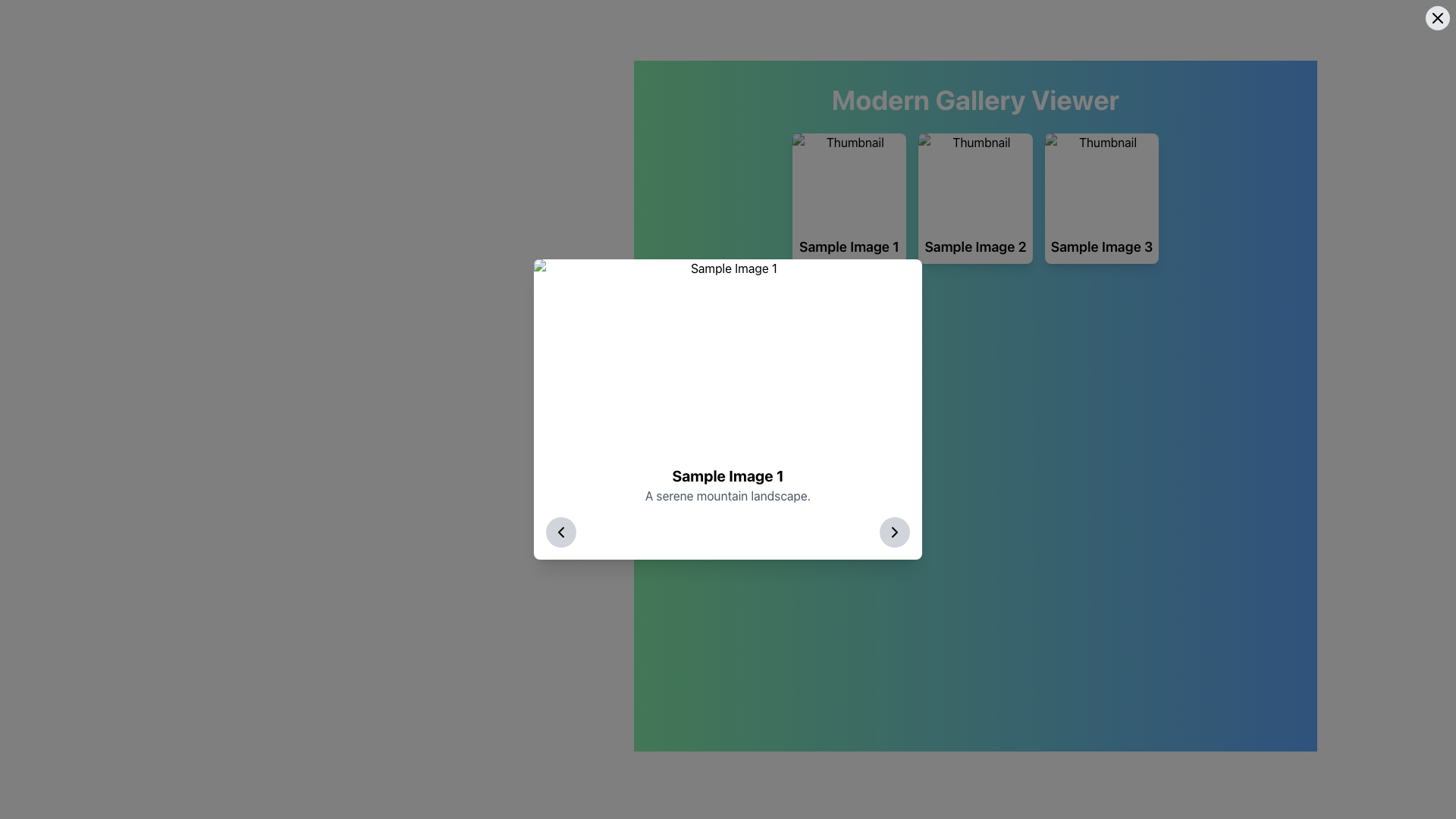 The image size is (1456, 819). Describe the element at coordinates (728, 506) in the screenshot. I see `contents of the centered text block within the white card, which displays 'Sample Image 1' and a description 'A serene mountain landscape.'` at that location.